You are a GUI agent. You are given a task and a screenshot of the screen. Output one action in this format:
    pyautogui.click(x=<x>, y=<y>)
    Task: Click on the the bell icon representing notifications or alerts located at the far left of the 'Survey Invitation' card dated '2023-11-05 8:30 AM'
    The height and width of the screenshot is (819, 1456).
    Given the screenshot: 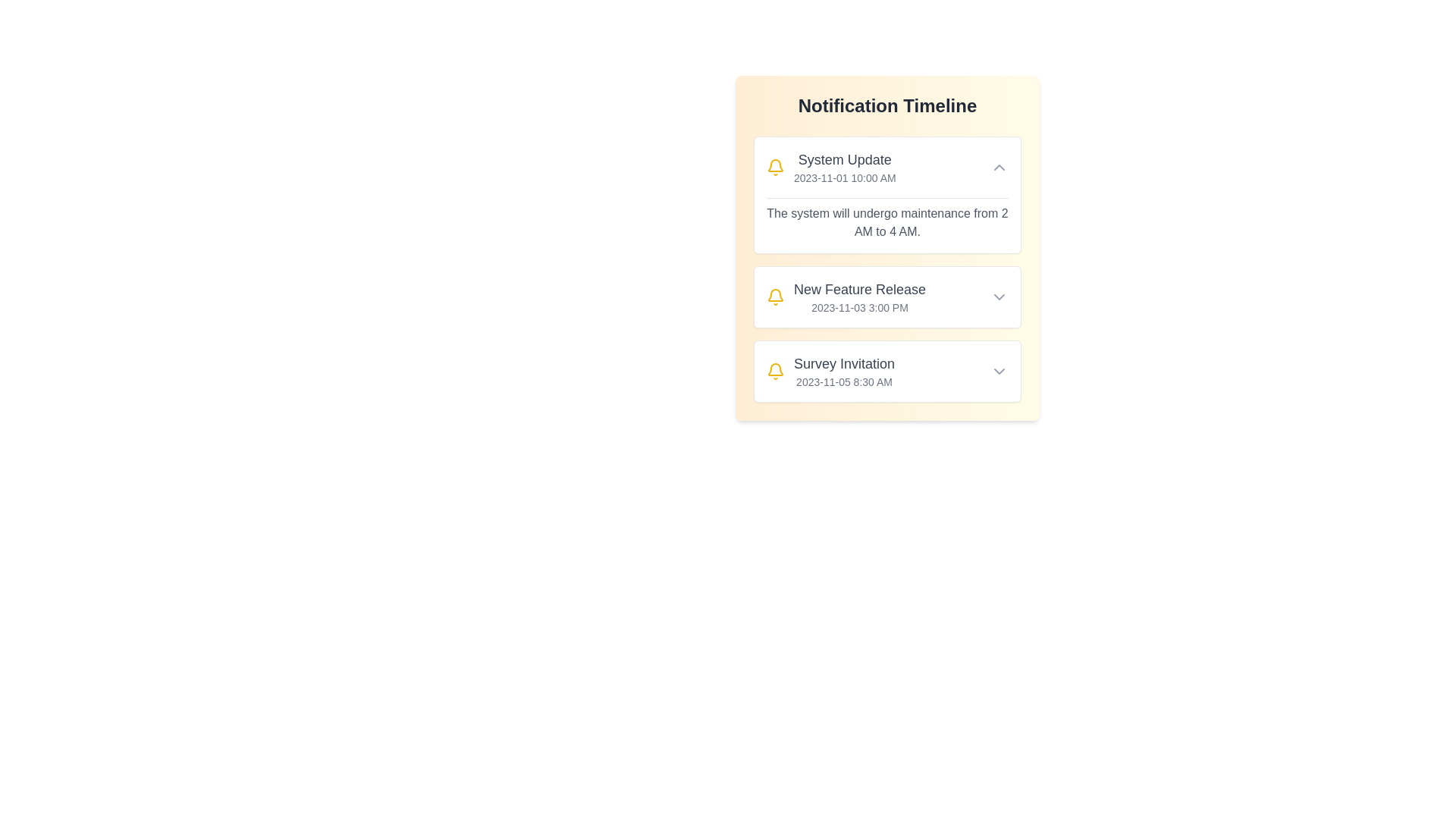 What is the action you would take?
    pyautogui.click(x=775, y=167)
    